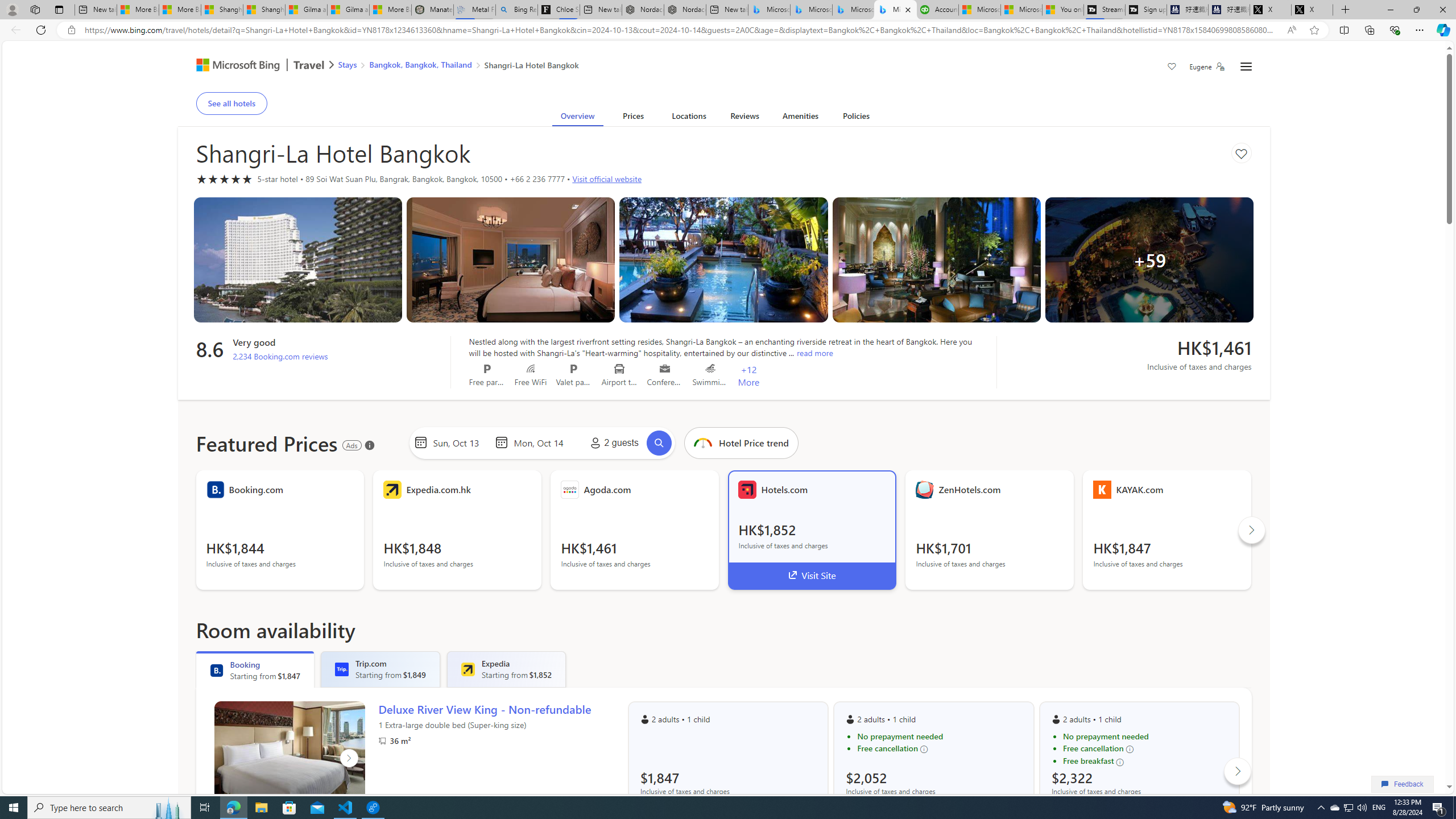 The height and width of the screenshot is (819, 1456). What do you see at coordinates (741, 442) in the screenshot?
I see `'Price Trend graph'` at bounding box center [741, 442].